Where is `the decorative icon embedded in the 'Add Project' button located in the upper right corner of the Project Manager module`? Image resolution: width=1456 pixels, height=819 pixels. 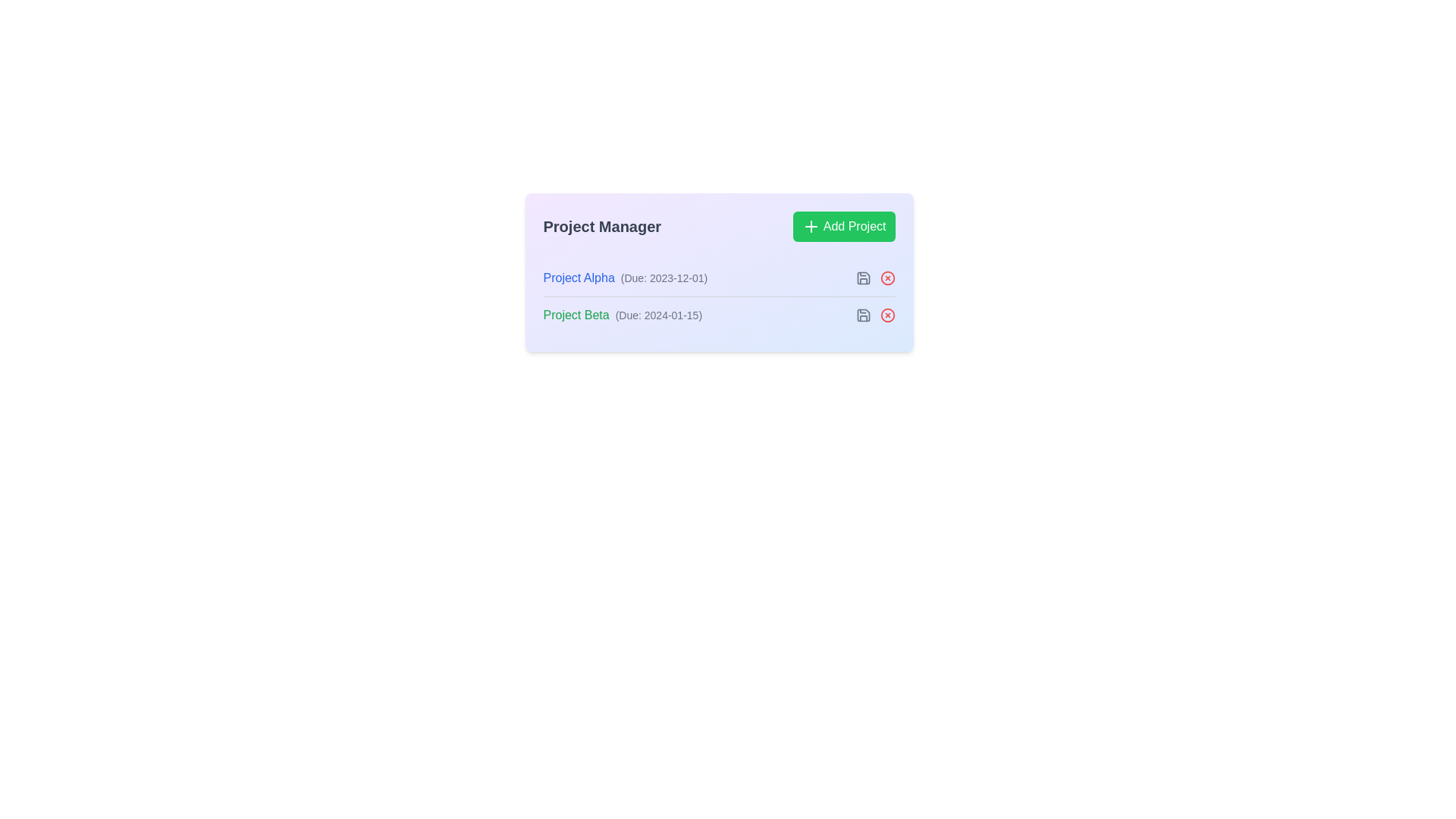 the decorative icon embedded in the 'Add Project' button located in the upper right corner of the Project Manager module is located at coordinates (810, 227).